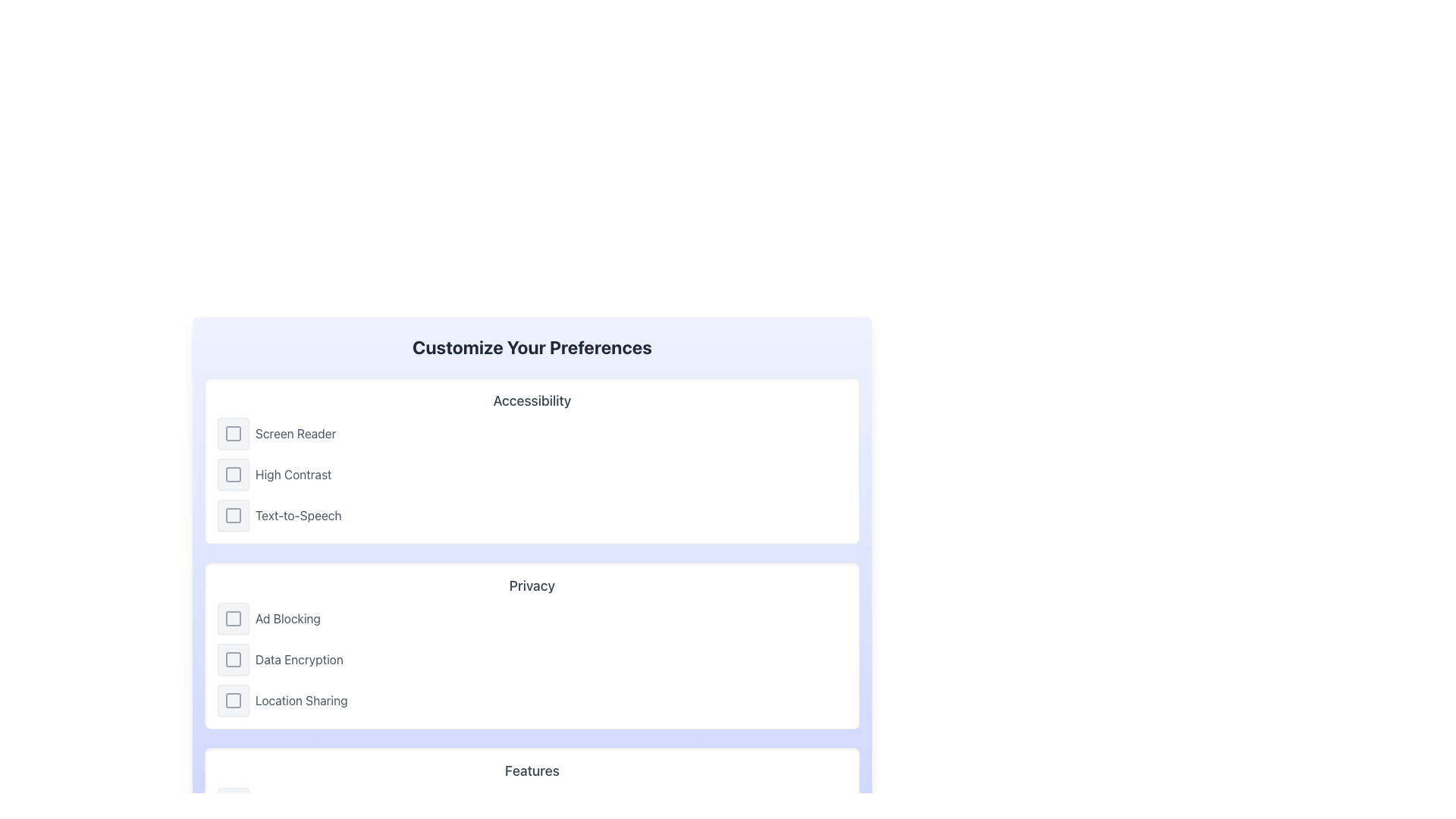 The image size is (1456, 819). What do you see at coordinates (232, 659) in the screenshot?
I see `the checkbox associated with the 'Data Encryption' label in the 'Privacy' section of the 'Customize Your Preferences' interface` at bounding box center [232, 659].